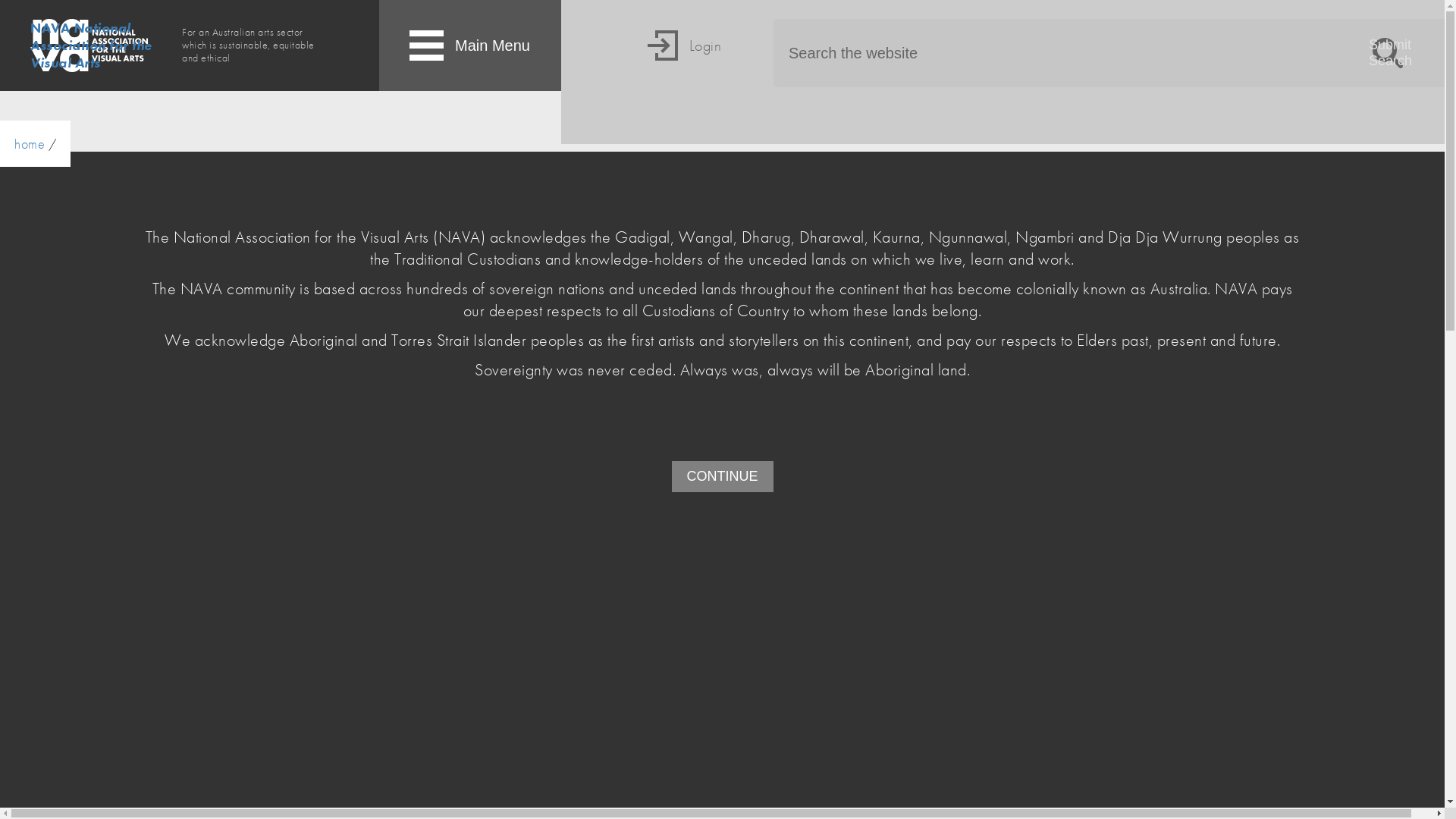 Image resolution: width=1456 pixels, height=819 pixels. What do you see at coordinates (671, 475) in the screenshot?
I see `'CONTINUE'` at bounding box center [671, 475].